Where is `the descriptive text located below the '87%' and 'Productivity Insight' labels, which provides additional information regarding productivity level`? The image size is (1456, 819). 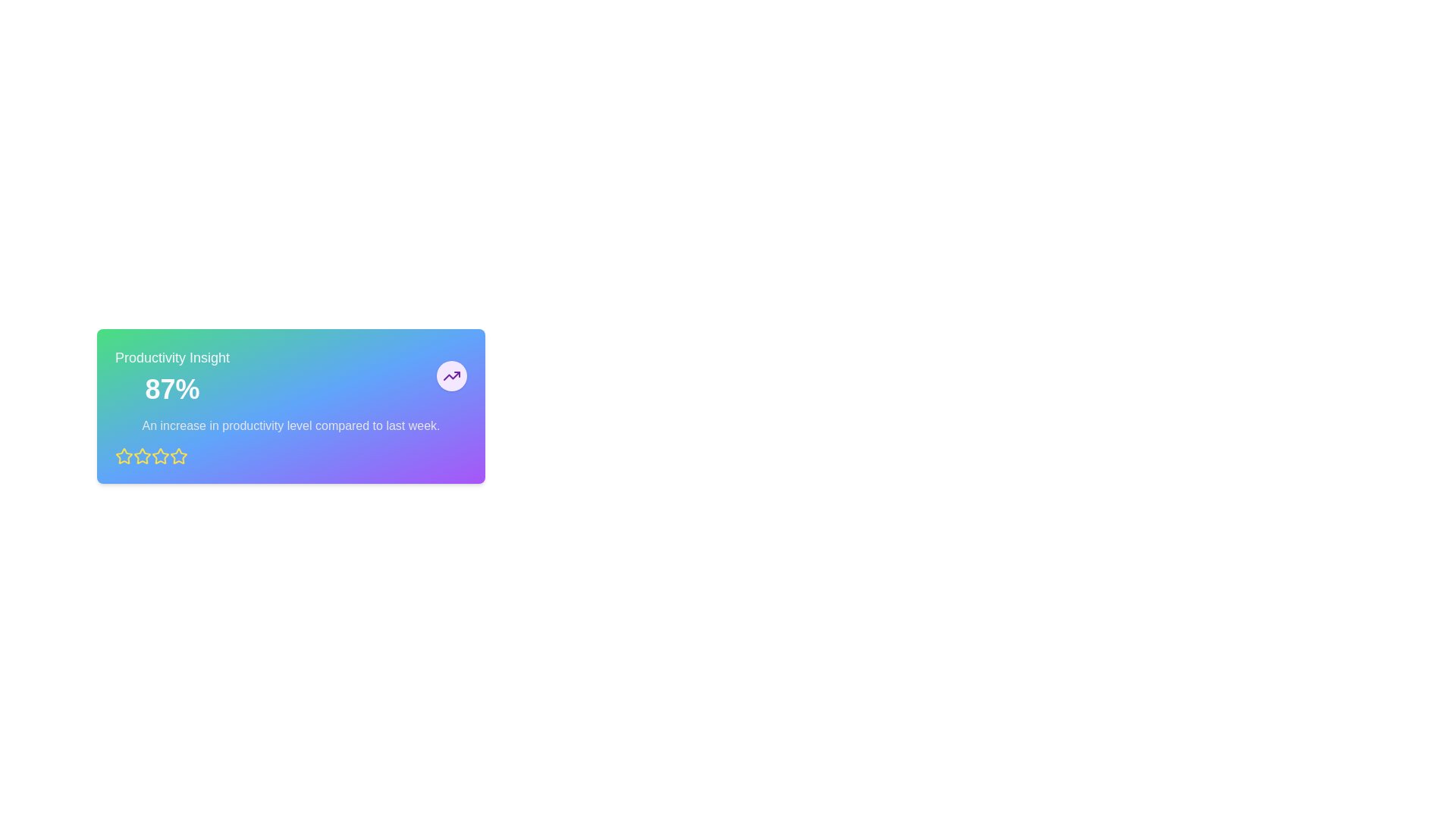
the descriptive text located below the '87%' and 'Productivity Insight' labels, which provides additional information regarding productivity level is located at coordinates (291, 426).